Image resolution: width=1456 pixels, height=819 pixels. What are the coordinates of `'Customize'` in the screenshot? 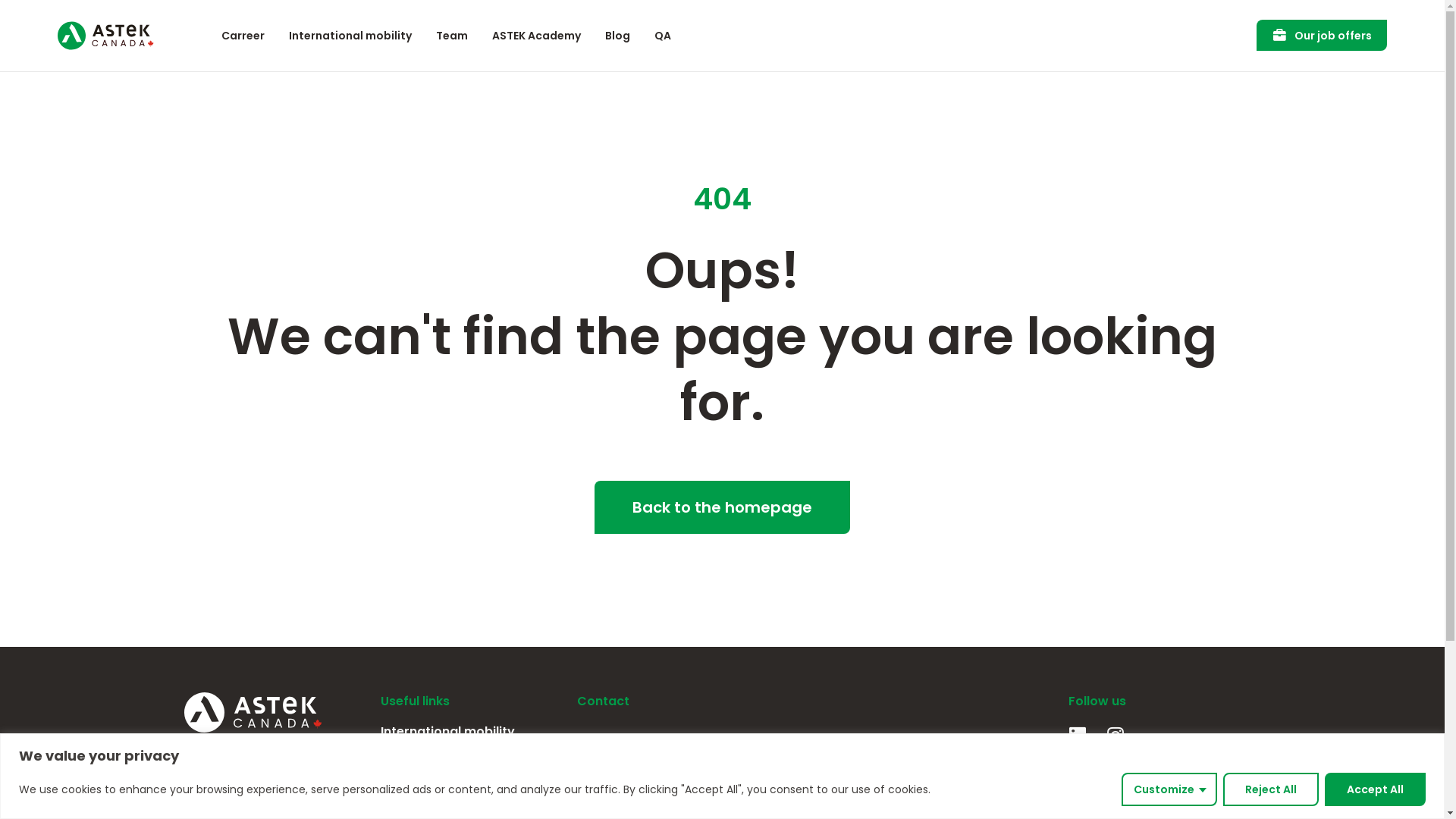 It's located at (1168, 788).